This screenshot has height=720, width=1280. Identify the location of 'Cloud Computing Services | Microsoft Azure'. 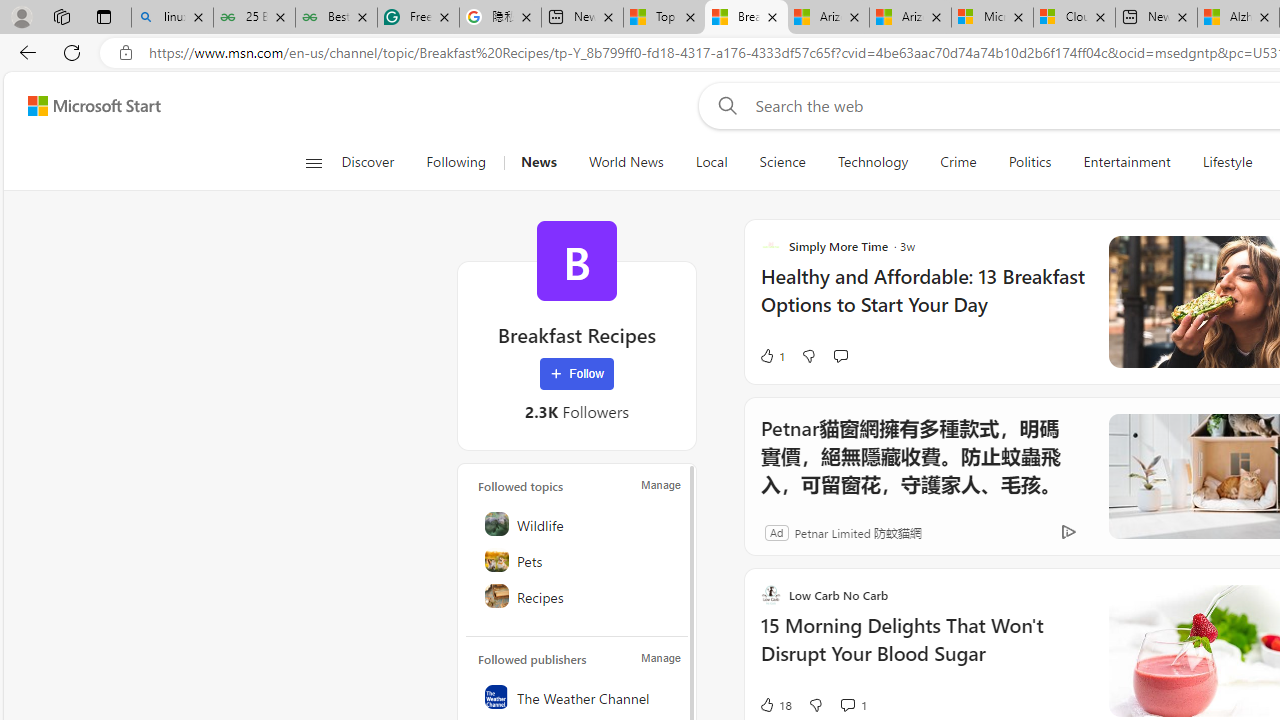
(1073, 17).